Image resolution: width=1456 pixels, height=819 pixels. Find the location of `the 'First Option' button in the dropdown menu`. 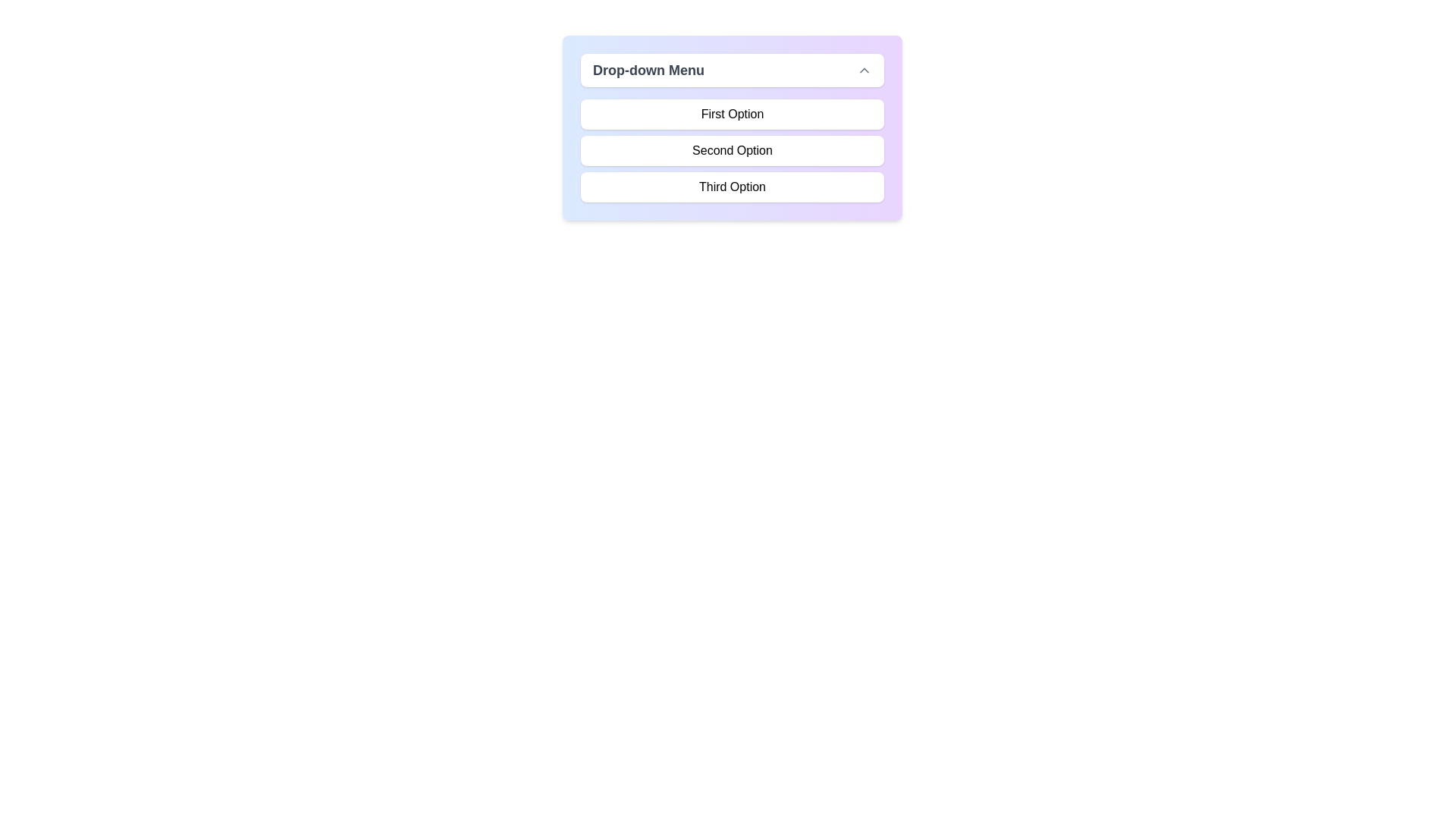

the 'First Option' button in the dropdown menu is located at coordinates (732, 113).